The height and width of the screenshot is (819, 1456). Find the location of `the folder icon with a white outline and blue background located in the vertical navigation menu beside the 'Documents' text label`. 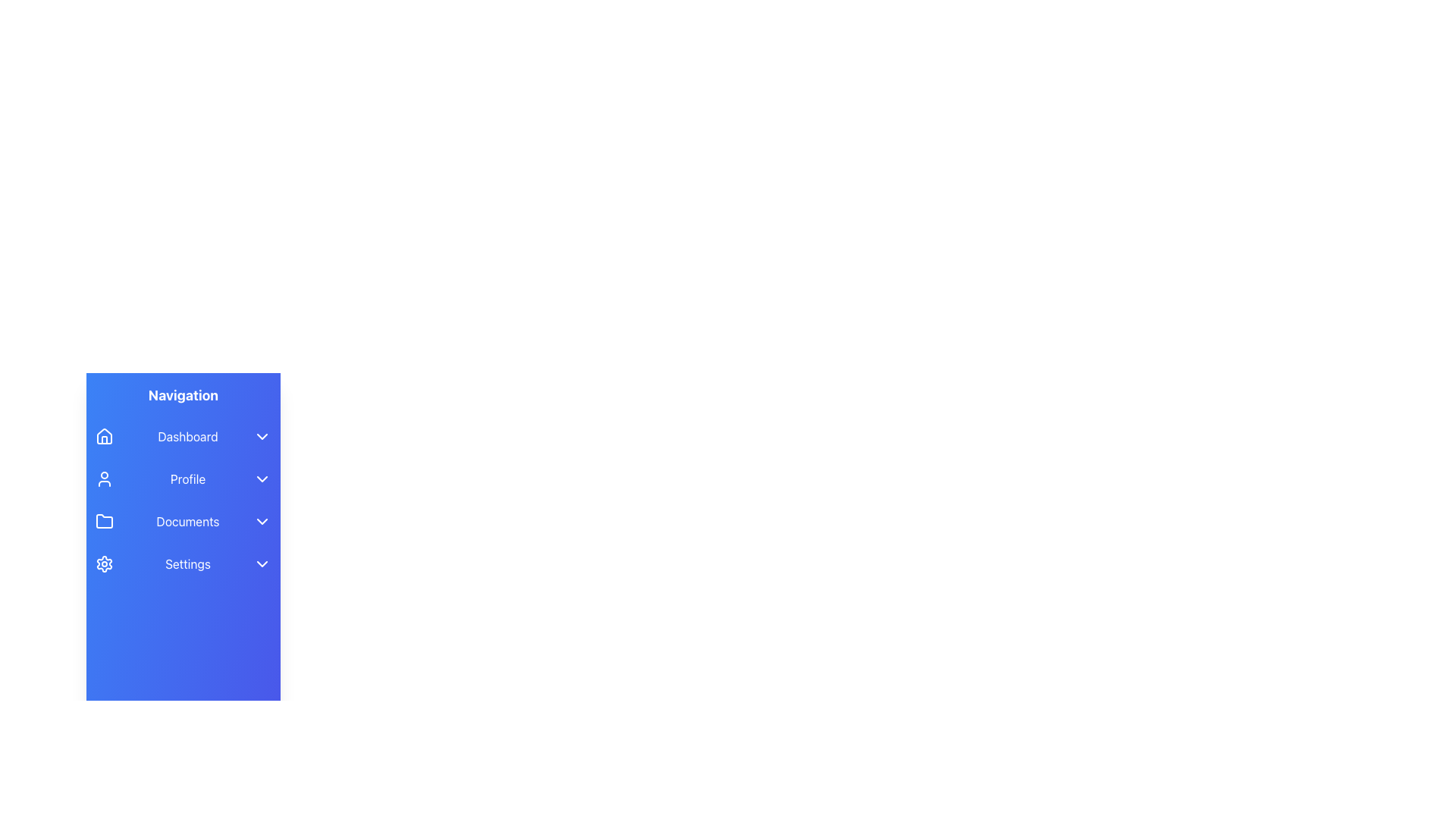

the folder icon with a white outline and blue background located in the vertical navigation menu beside the 'Documents' text label is located at coordinates (104, 520).